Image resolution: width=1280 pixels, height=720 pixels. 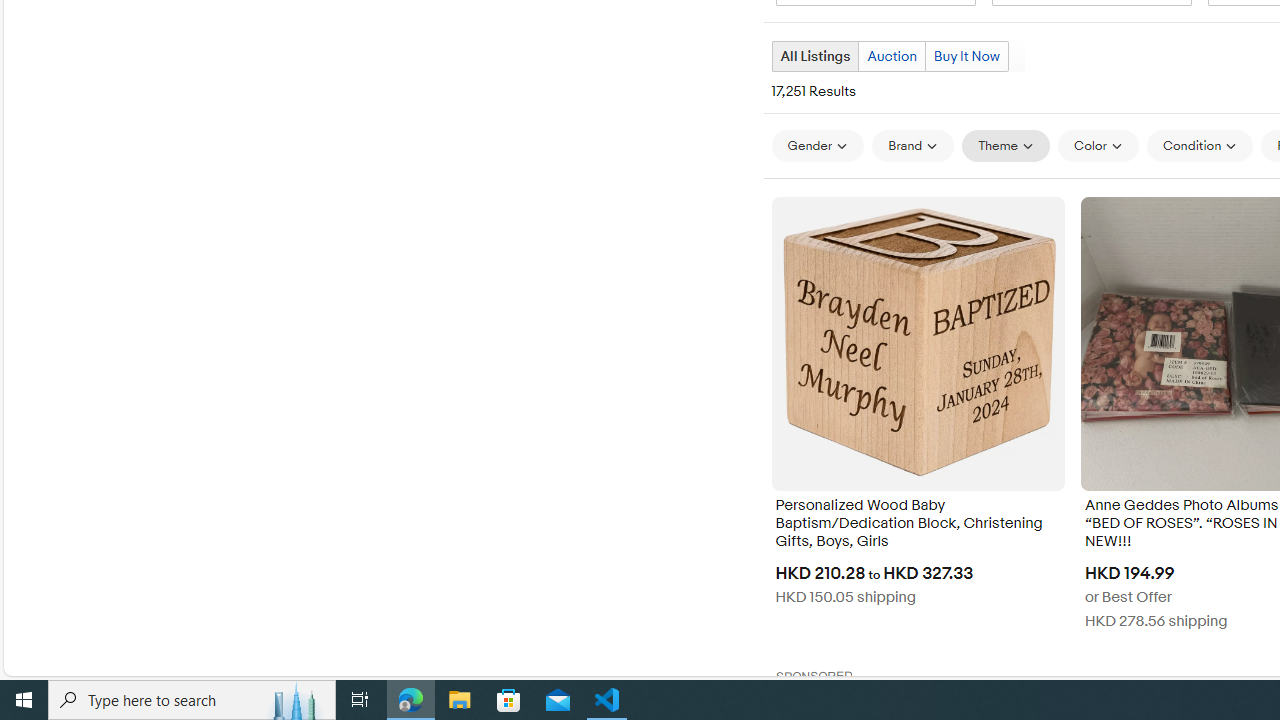 I want to click on 'Color', so click(x=1097, y=145).